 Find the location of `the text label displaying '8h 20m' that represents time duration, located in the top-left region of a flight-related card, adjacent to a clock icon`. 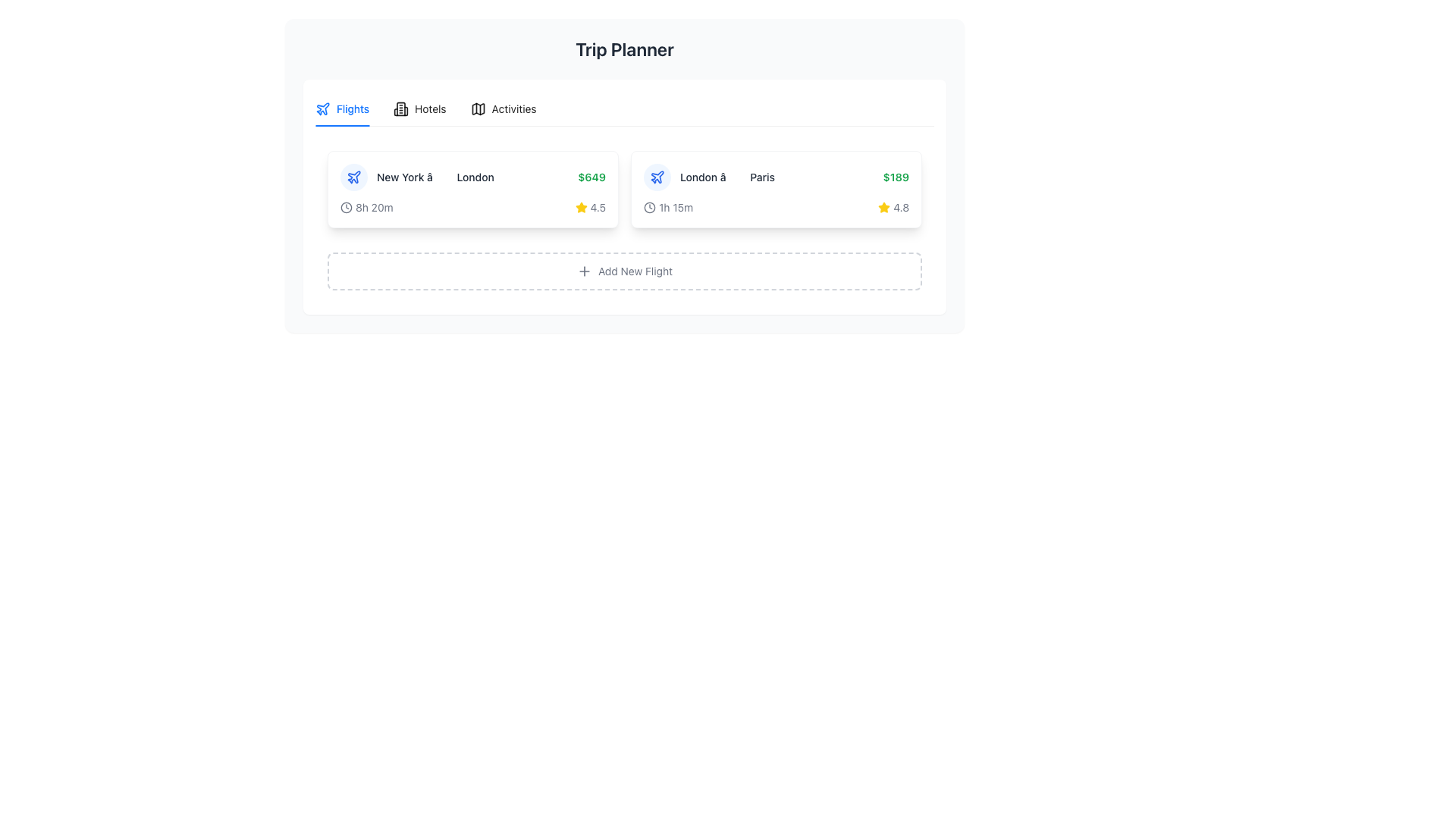

the text label displaying '8h 20m' that represents time duration, located in the top-left region of a flight-related card, adjacent to a clock icon is located at coordinates (374, 207).